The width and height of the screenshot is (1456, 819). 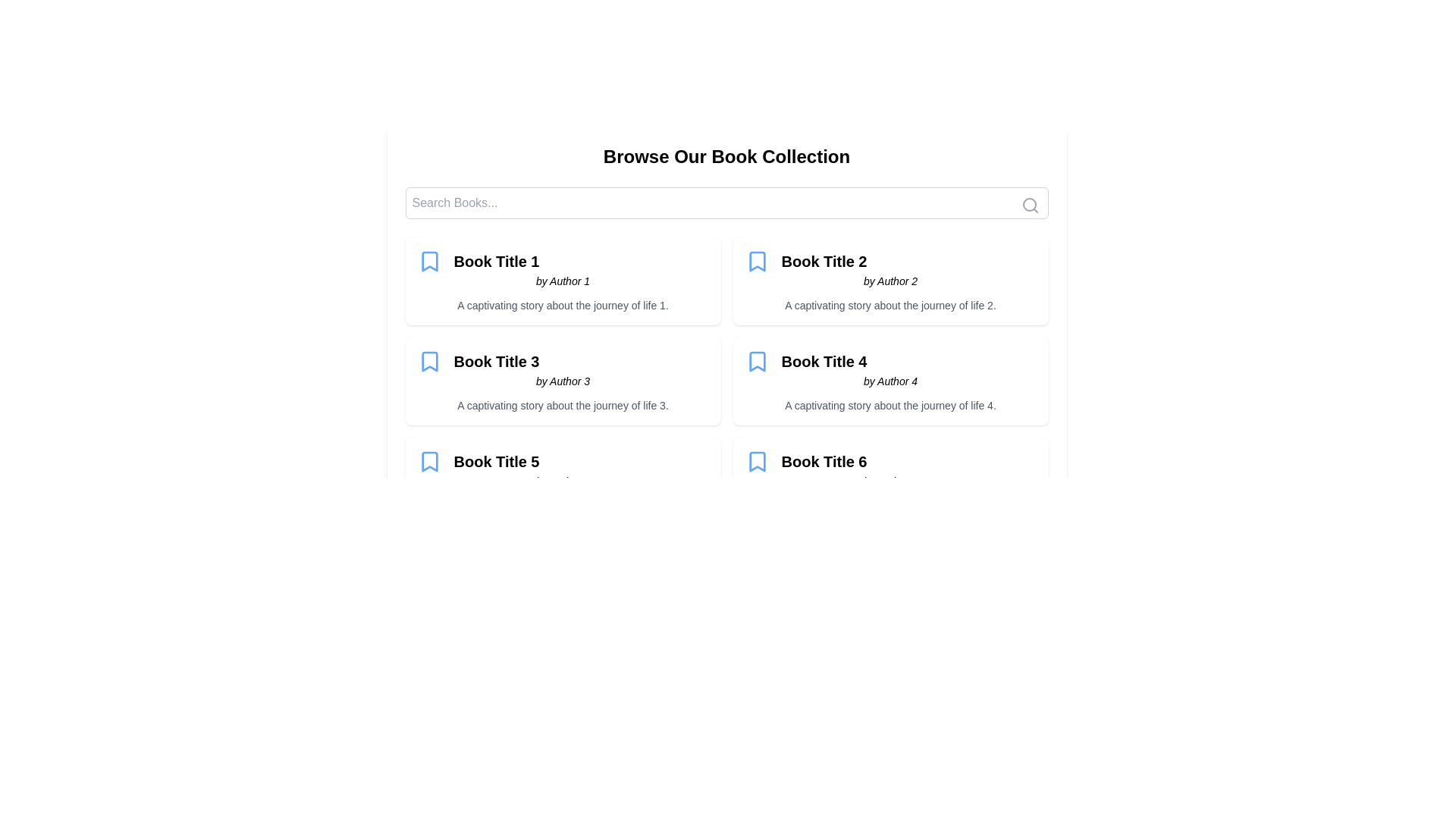 What do you see at coordinates (823, 260) in the screenshot?
I see `text label displaying the book title 'Book Title 2', which is located in the top row of the structured grid layout, centered in the rightmost column` at bounding box center [823, 260].